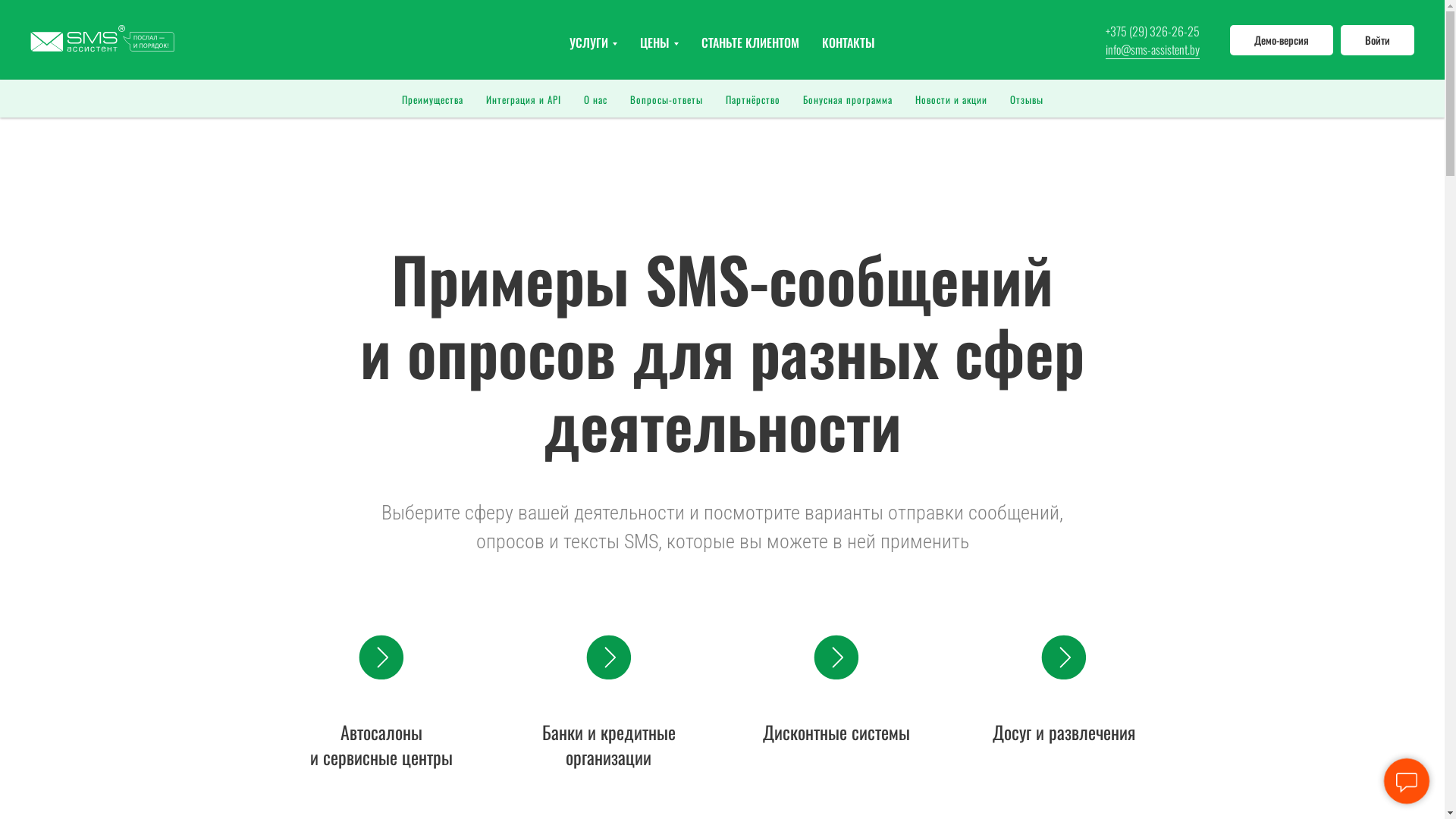  Describe the element at coordinates (1153, 48) in the screenshot. I see `'info@sms-assistent.by'` at that location.